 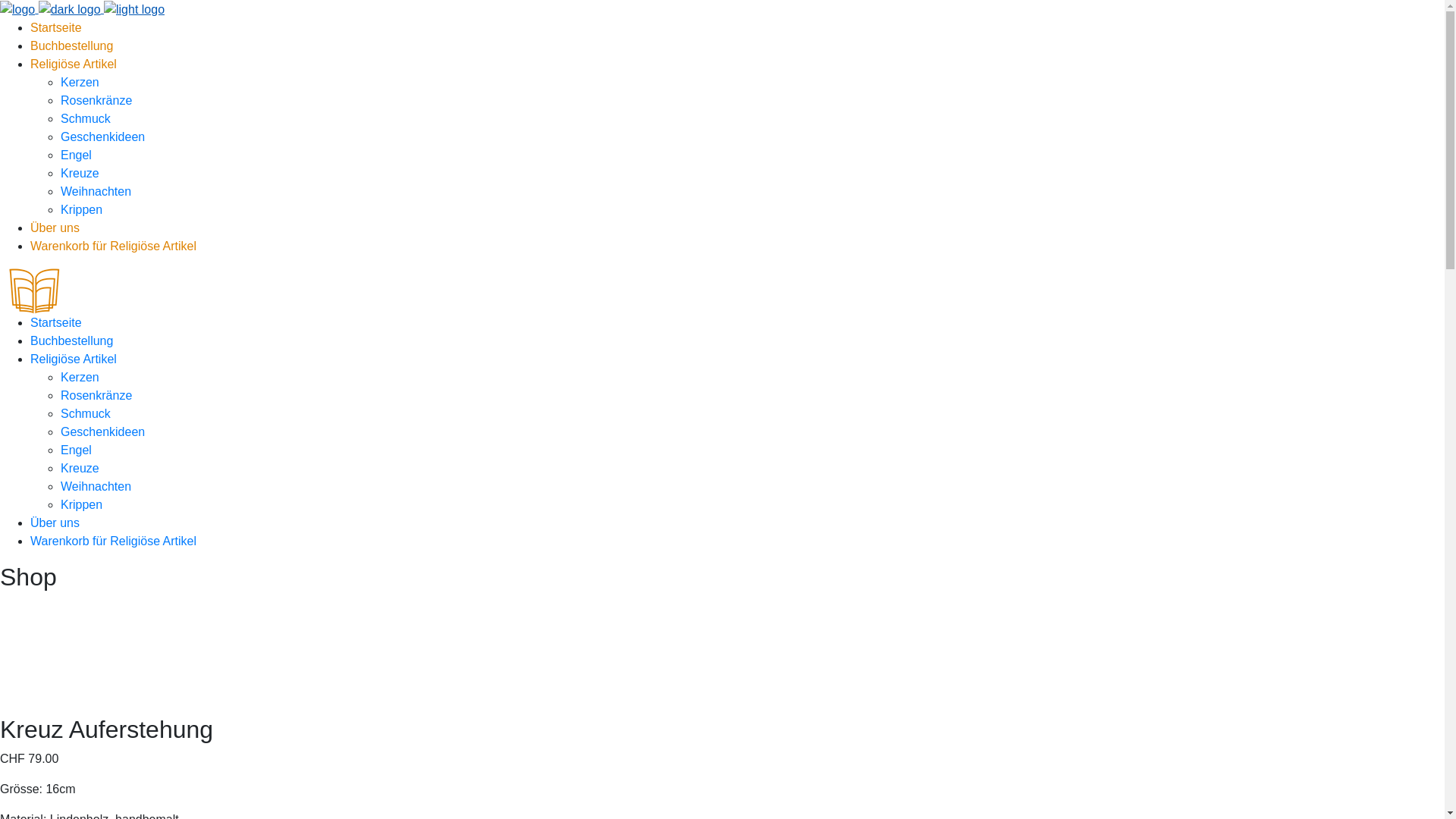 What do you see at coordinates (102, 431) in the screenshot?
I see `'Geschenkideen'` at bounding box center [102, 431].